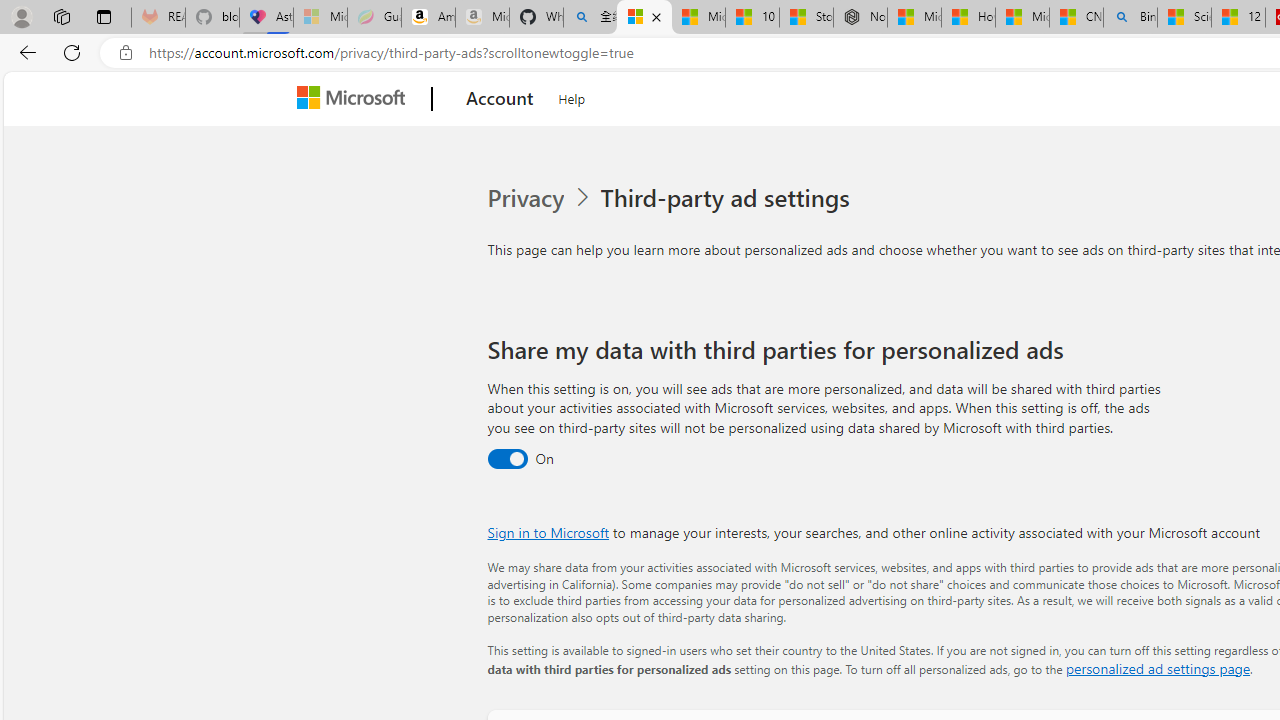 This screenshot has height=720, width=1280. I want to click on 'Stocks - MSN', so click(806, 17).